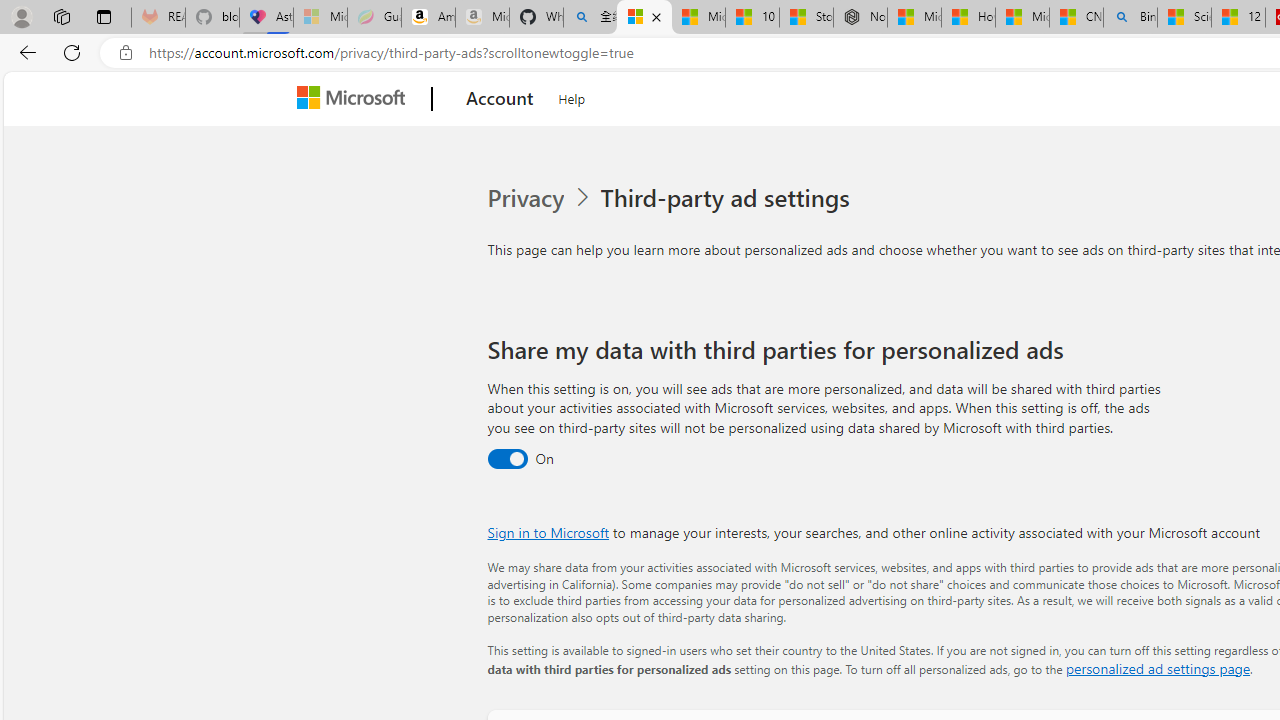 This screenshot has height=720, width=1280. I want to click on 'Stocks - MSN', so click(806, 17).